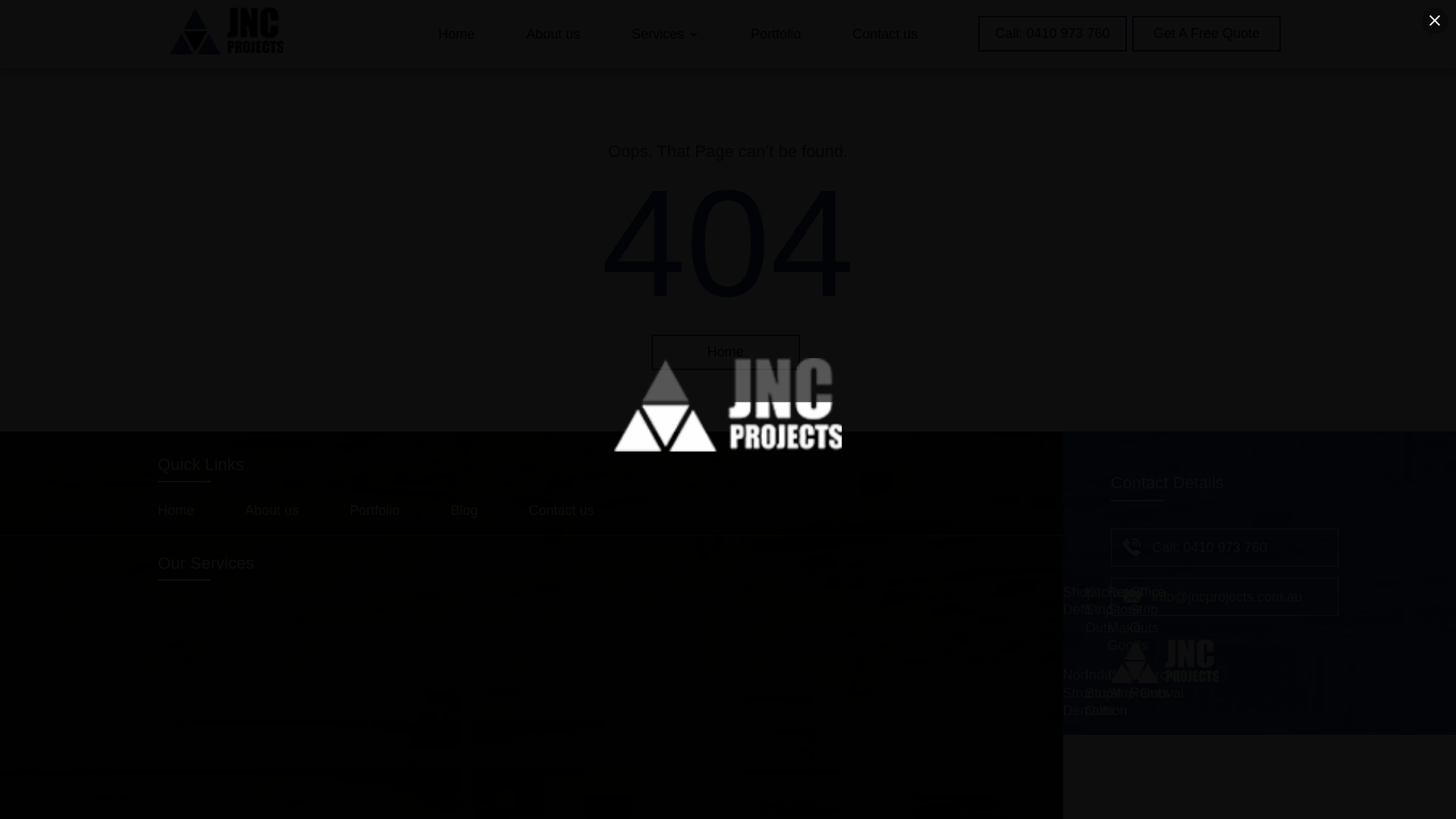 The height and width of the screenshot is (819, 1456). I want to click on 'Call: 0410 973 760', so click(1209, 547).